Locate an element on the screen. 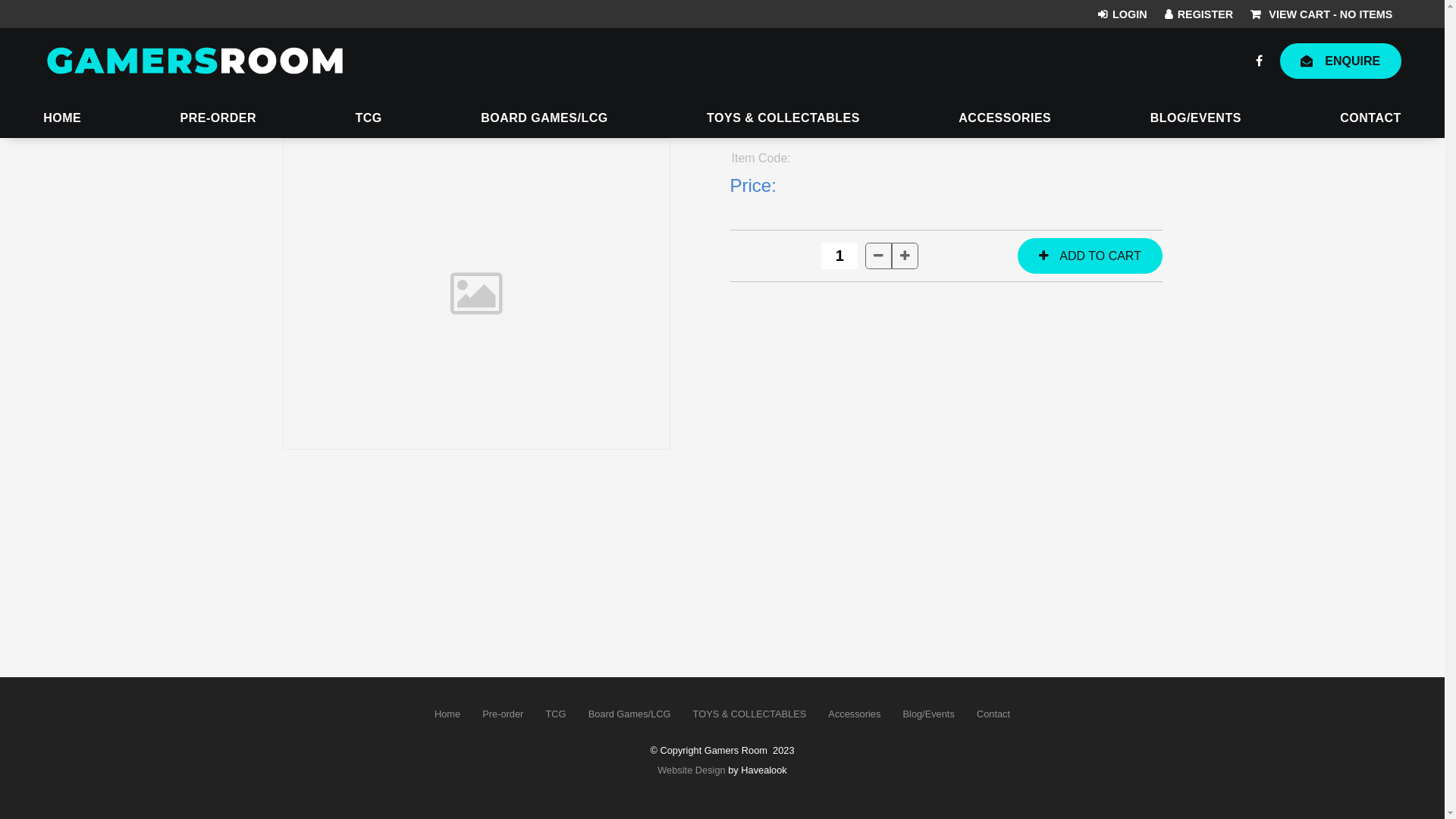 This screenshot has width=1456, height=819. 'Board Games/LCG' is located at coordinates (629, 714).